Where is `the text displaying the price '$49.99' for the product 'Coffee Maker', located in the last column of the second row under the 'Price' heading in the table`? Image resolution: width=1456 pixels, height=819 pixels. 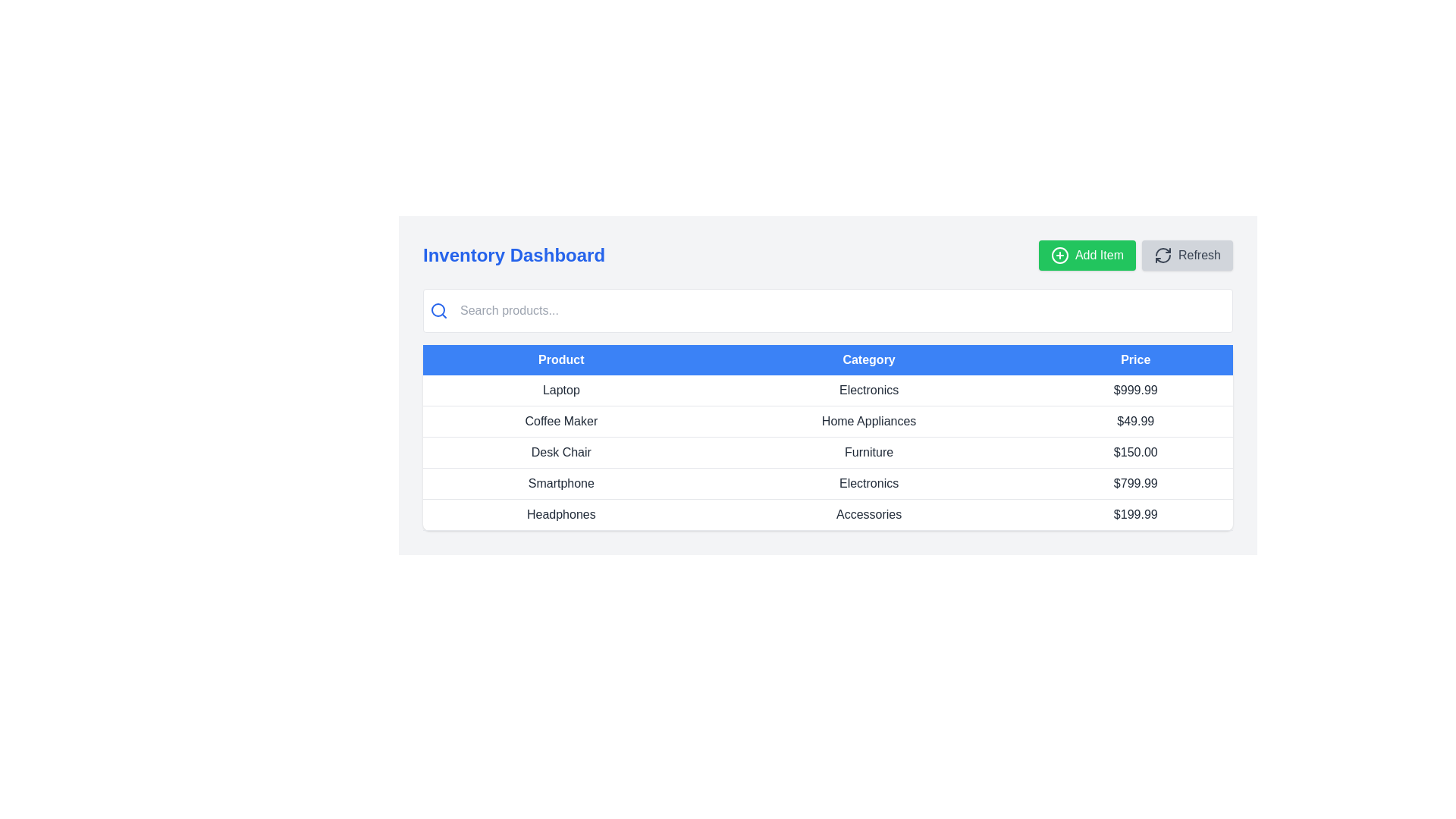
the text displaying the price '$49.99' for the product 'Coffee Maker', located in the last column of the second row under the 'Price' heading in the table is located at coordinates (1135, 421).